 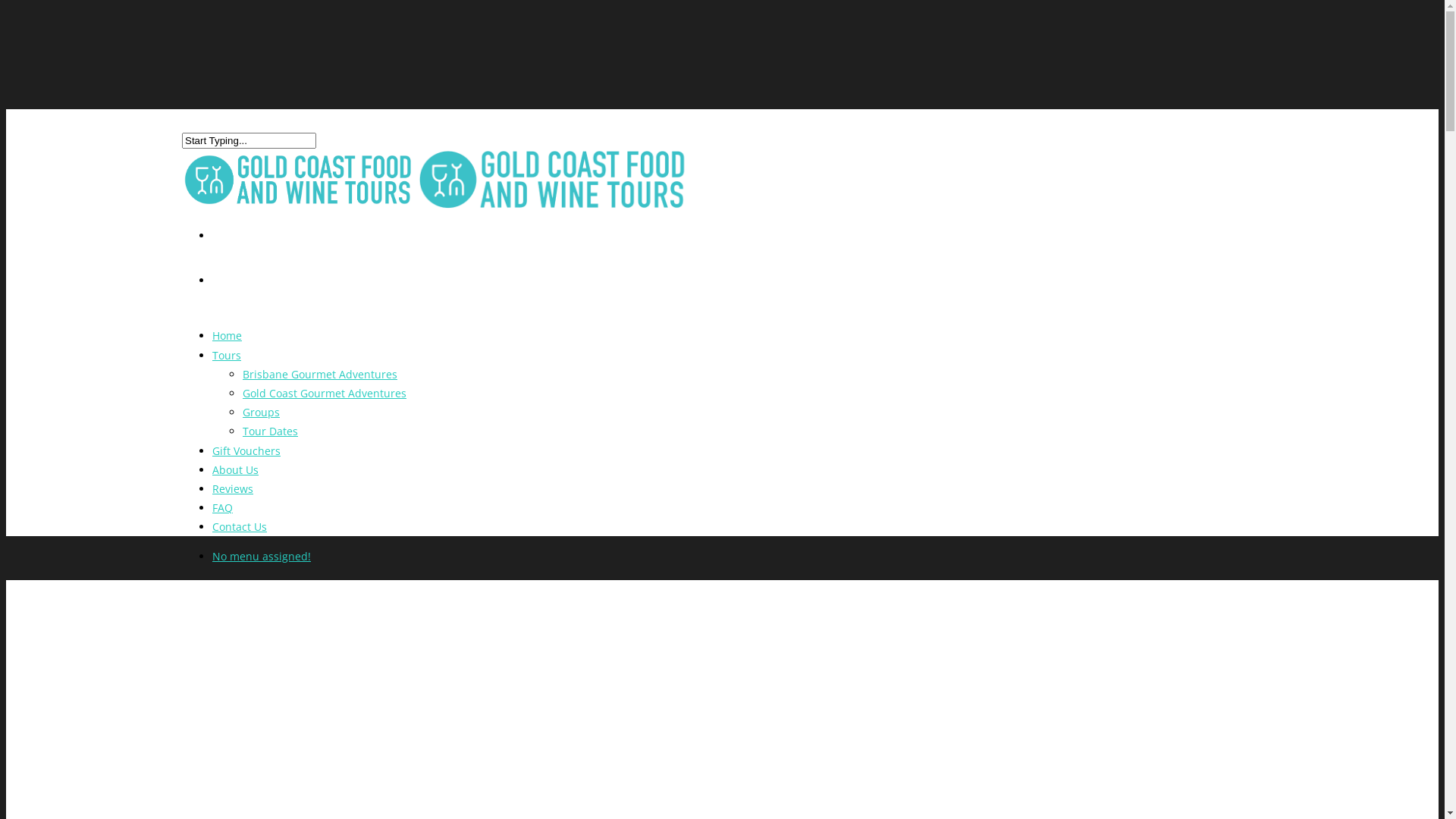 I want to click on 'Tours', so click(x=225, y=366).